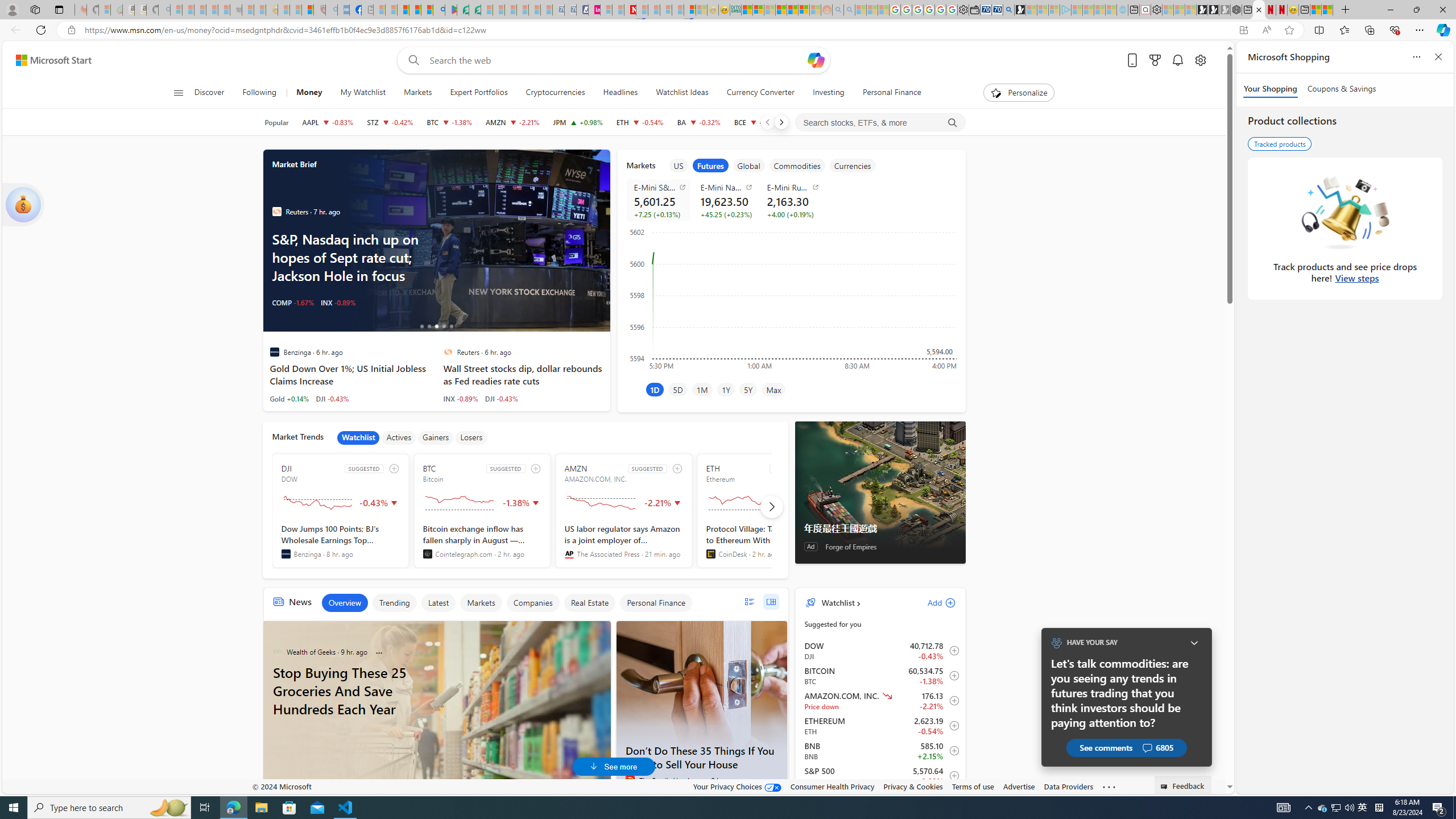 This screenshot has height=819, width=1456. Describe the element at coordinates (1008, 9) in the screenshot. I see `'Bing Real Estate - Home sales and rental listings'` at that location.